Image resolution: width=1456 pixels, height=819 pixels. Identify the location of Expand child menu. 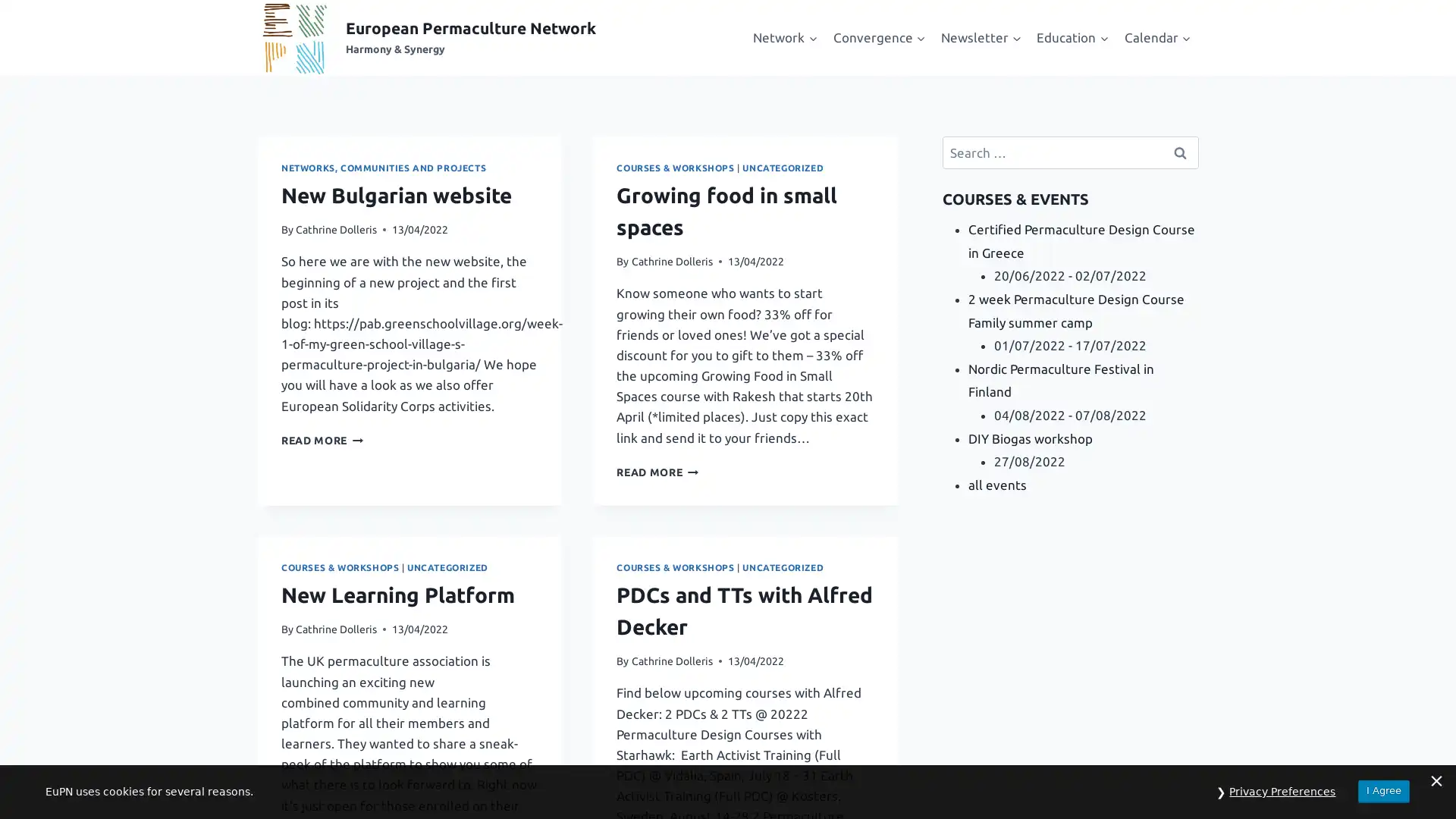
(1156, 36).